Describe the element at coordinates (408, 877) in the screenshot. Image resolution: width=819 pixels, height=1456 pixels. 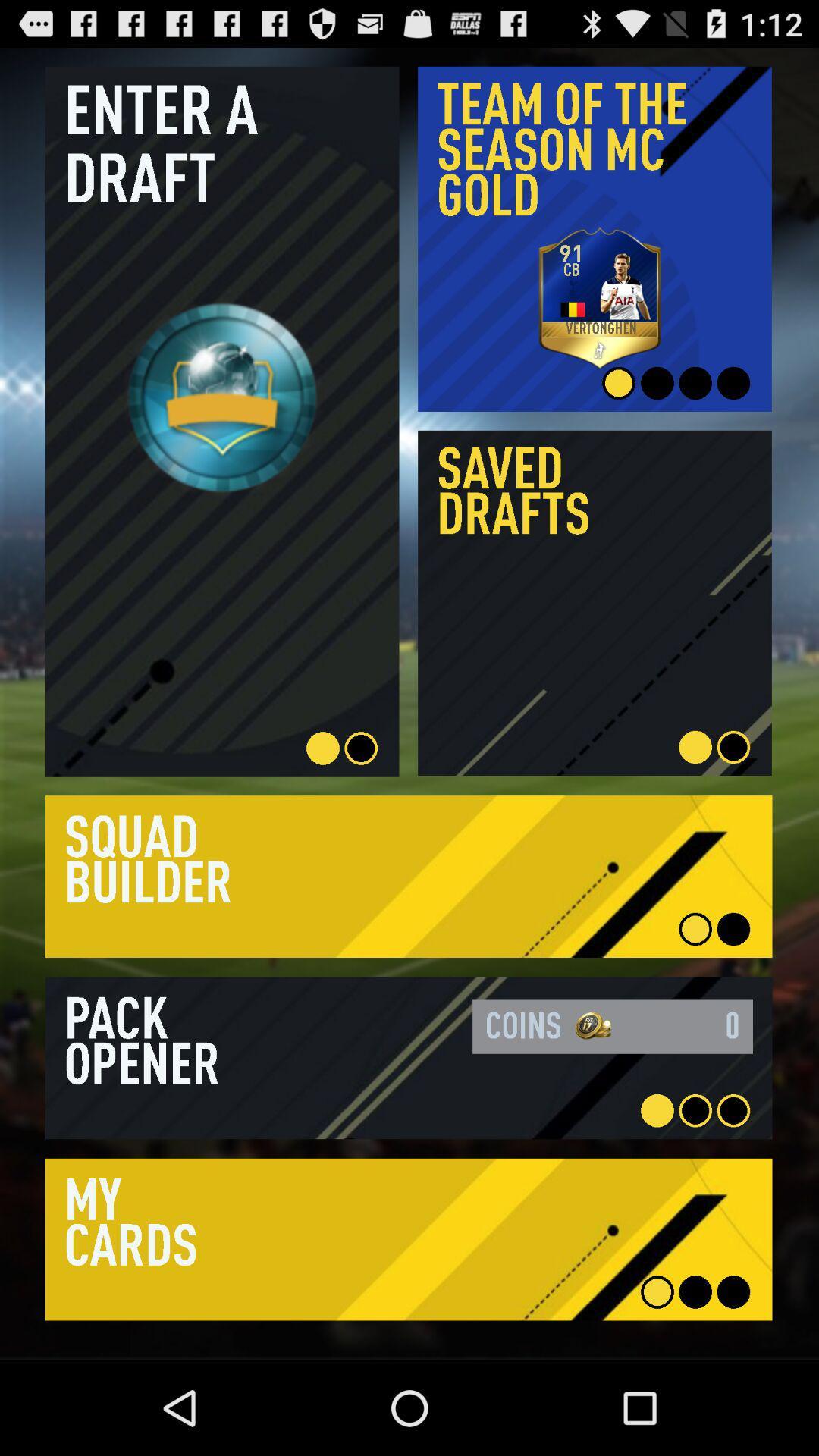
I see `click the button in squad builder` at that location.